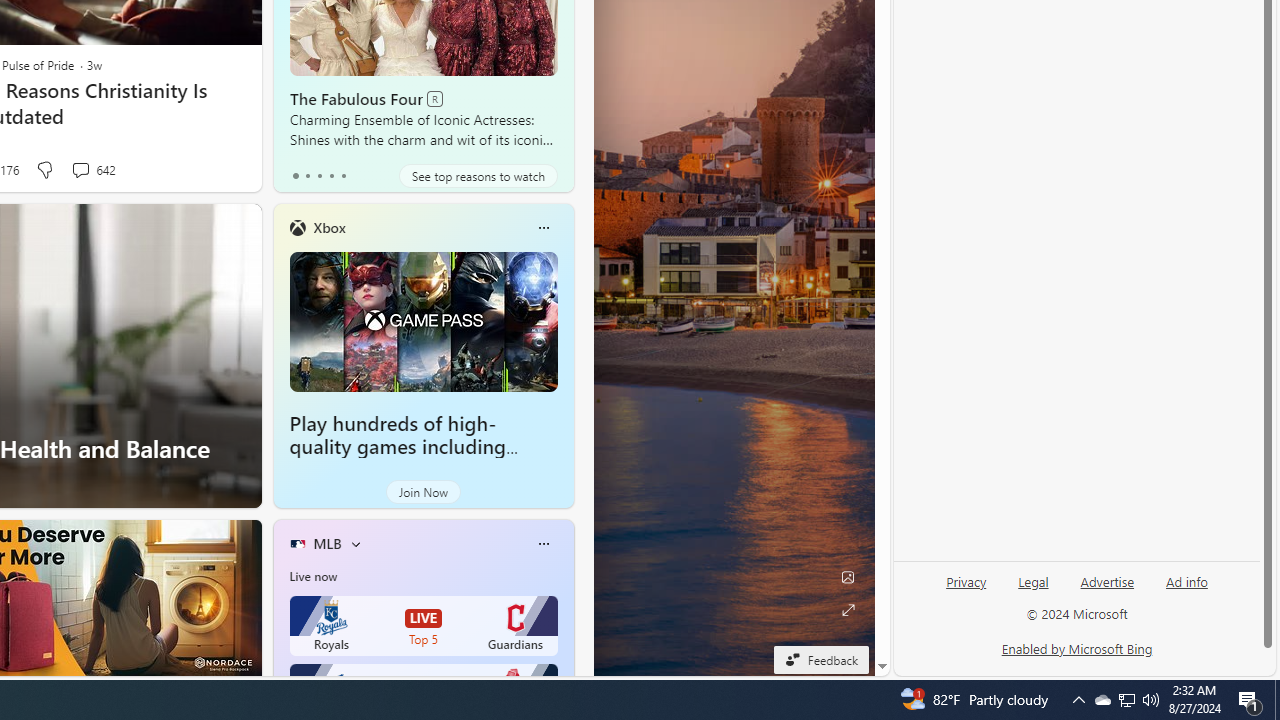 Image resolution: width=1280 pixels, height=720 pixels. I want to click on 'tab-1', so click(306, 175).